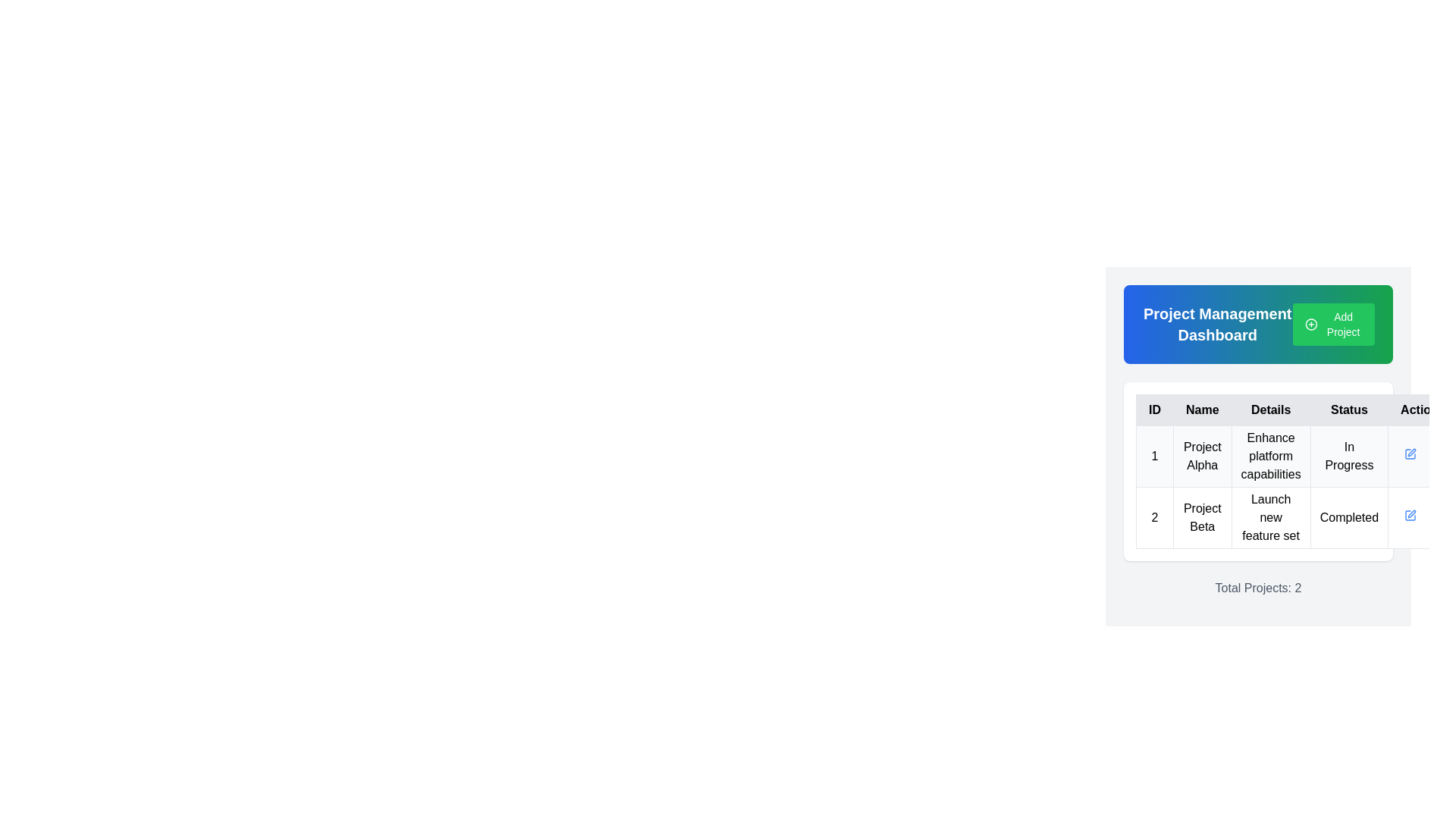 The height and width of the screenshot is (819, 1456). Describe the element at coordinates (1310, 324) in the screenshot. I see `the circular outline within the 'Add Project' button` at that location.